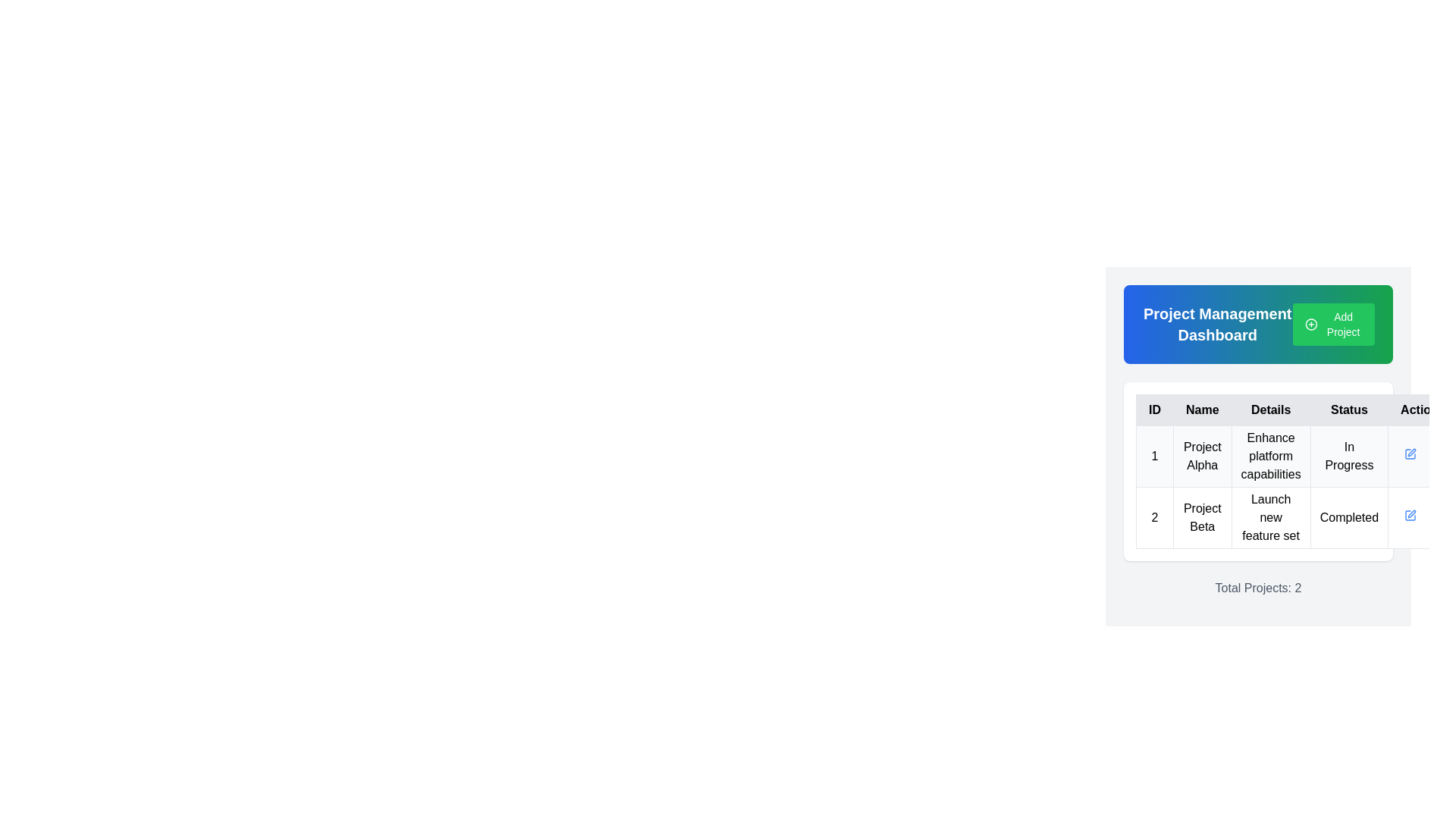 The height and width of the screenshot is (819, 1456). Describe the element at coordinates (1310, 324) in the screenshot. I see `the circular outline within the 'Add Project' button` at that location.